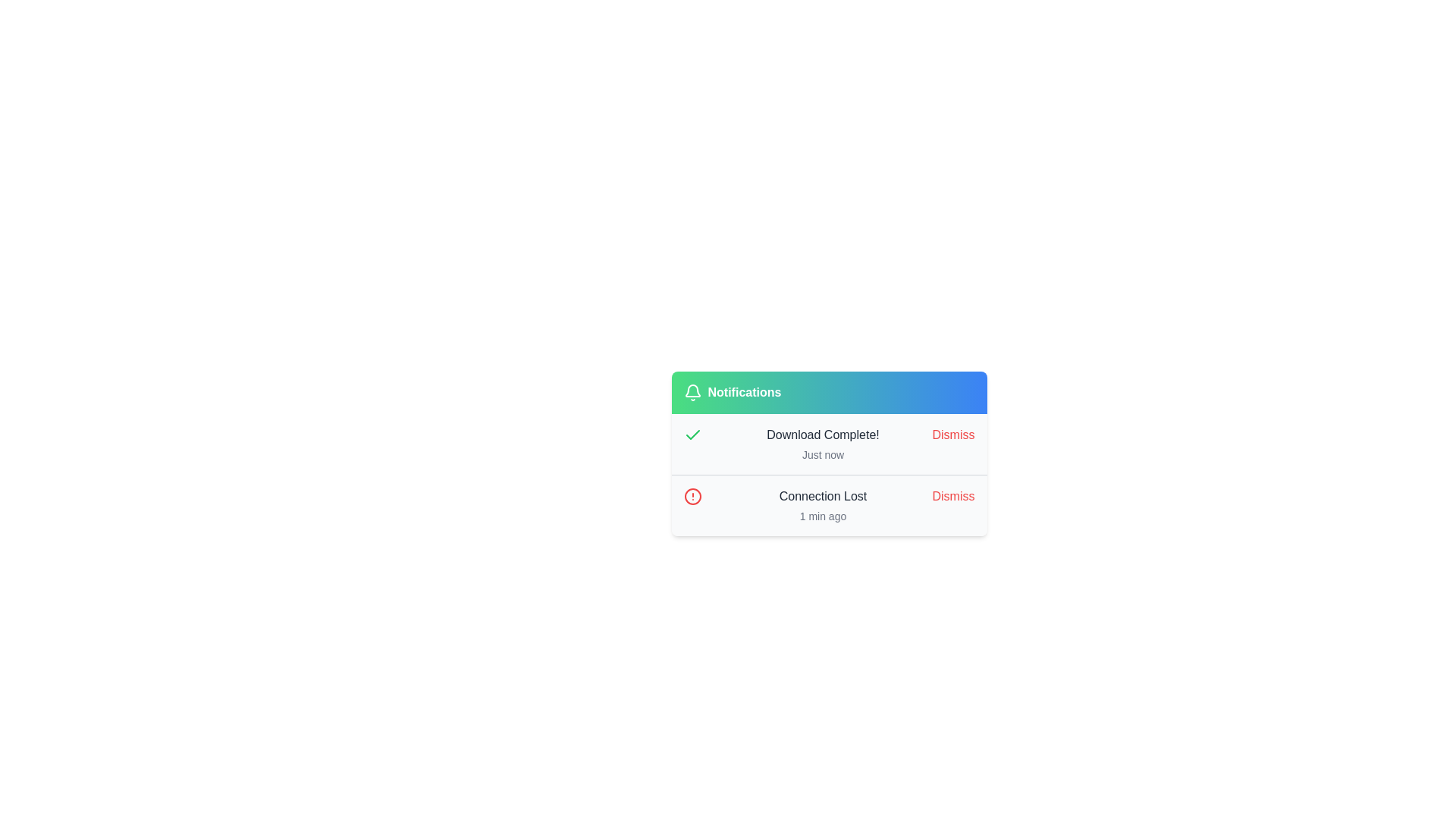  What do you see at coordinates (822, 444) in the screenshot?
I see `message displayed in the notification indicating 'Download Complete!' located under the 'Notifications' heading` at bounding box center [822, 444].